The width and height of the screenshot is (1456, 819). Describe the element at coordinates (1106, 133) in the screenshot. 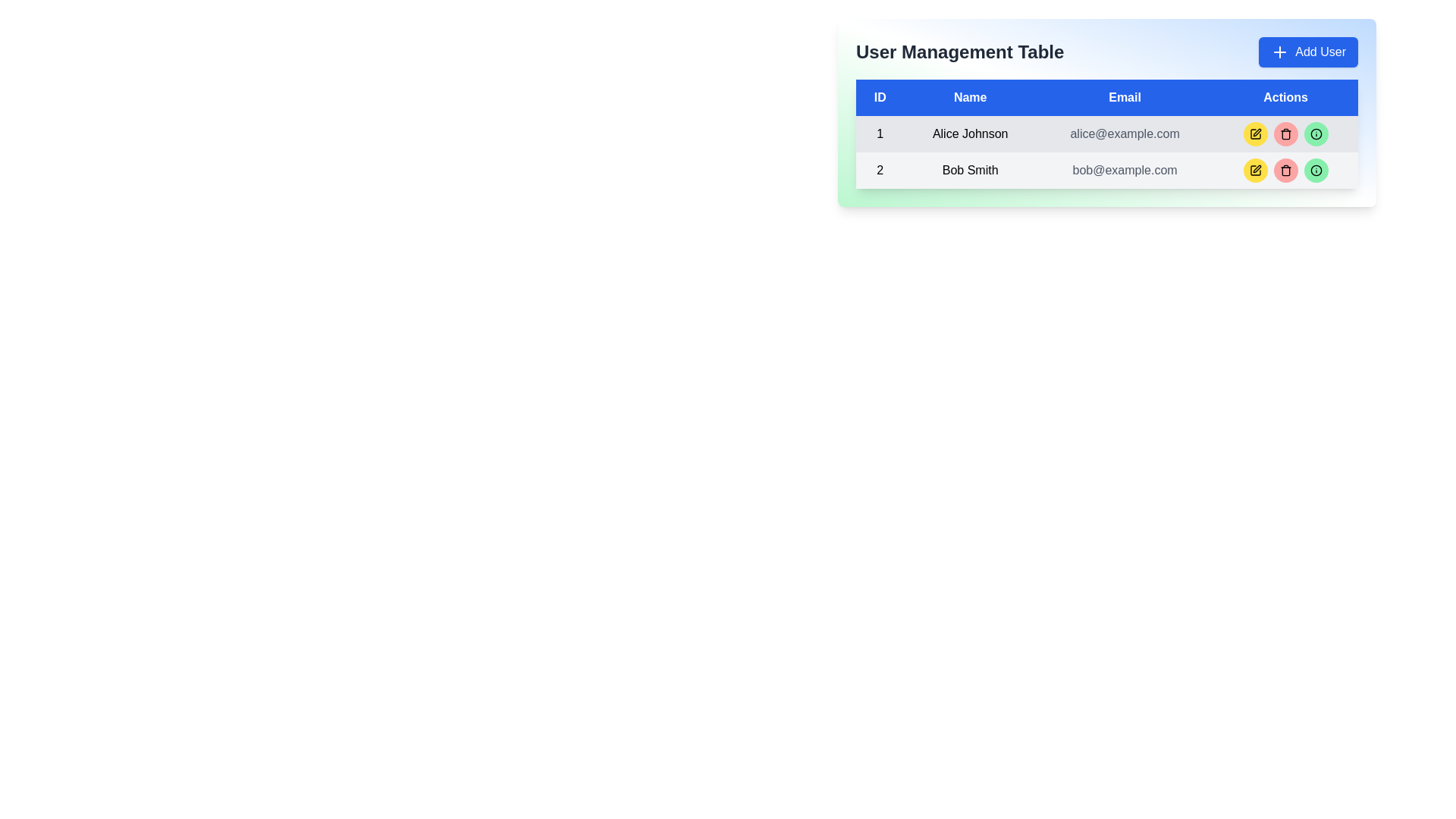

I see `the email address in the first data row of the user management table to send an email` at that location.